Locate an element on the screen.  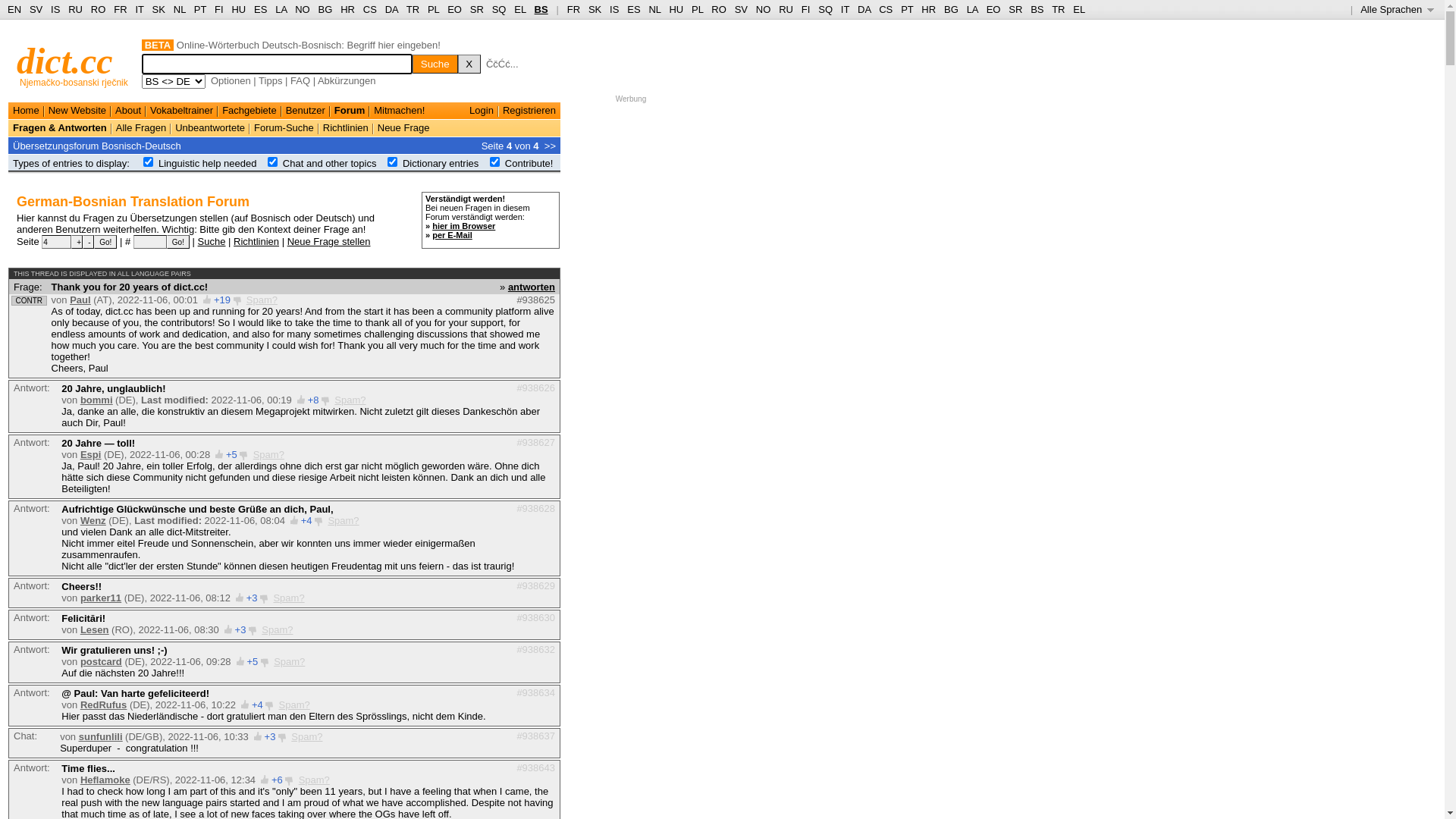
'IS' is located at coordinates (610, 9).